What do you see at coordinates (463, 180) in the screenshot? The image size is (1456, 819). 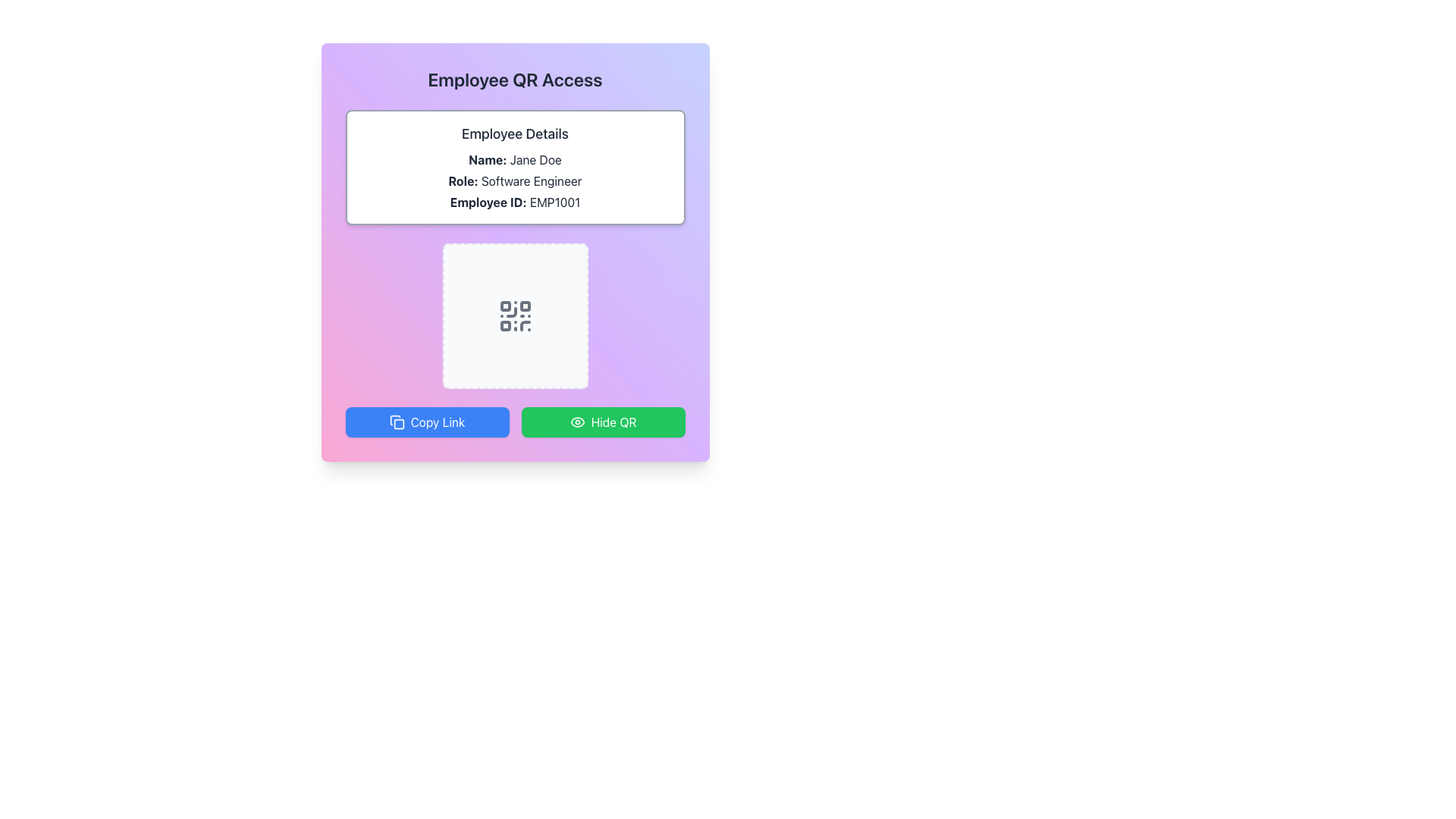 I see `the static text label that serves as a heading for the employee's role, positioned before 'Software Engineer' in the employee details section` at bounding box center [463, 180].